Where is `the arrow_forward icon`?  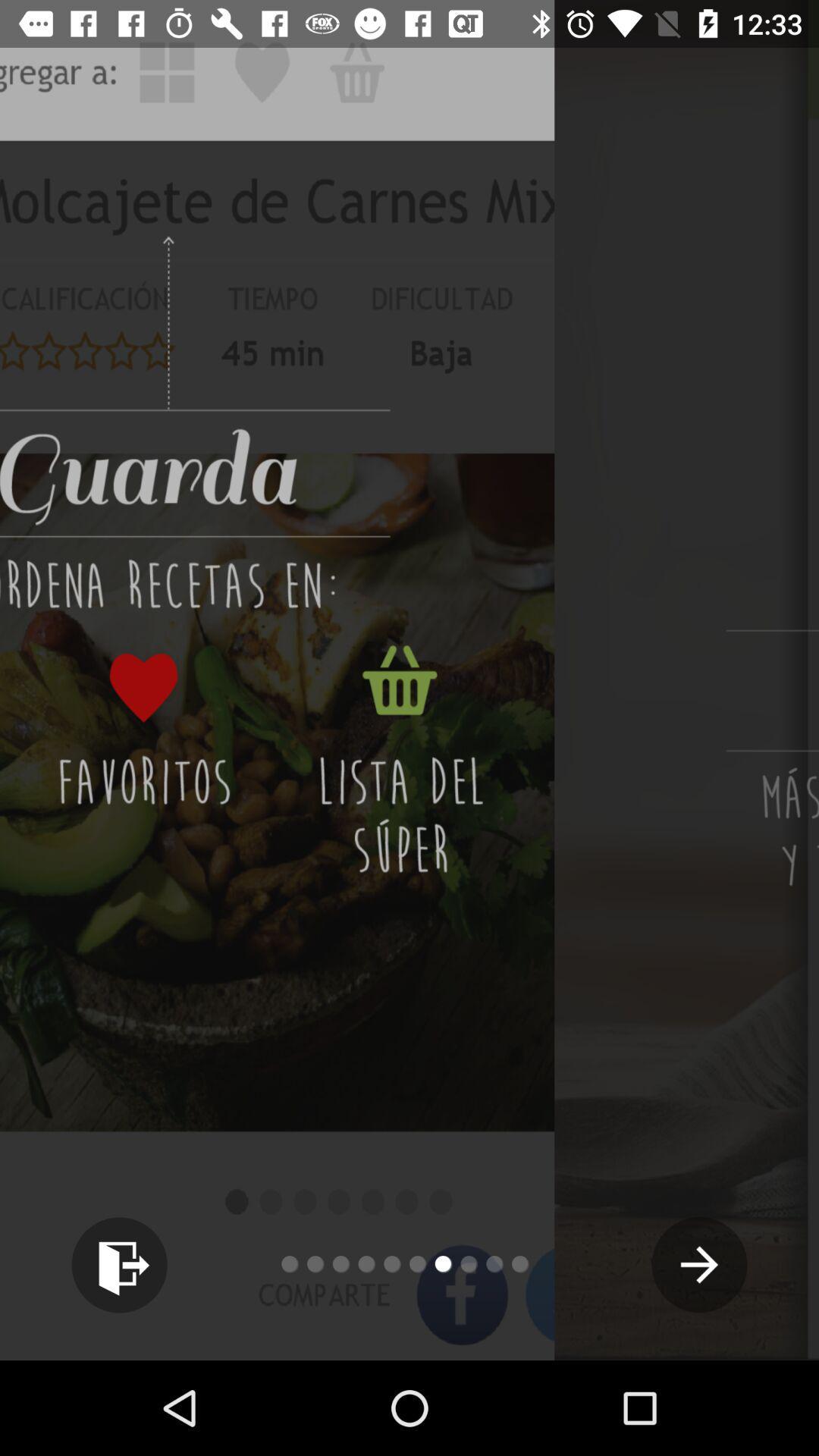
the arrow_forward icon is located at coordinates (699, 1264).